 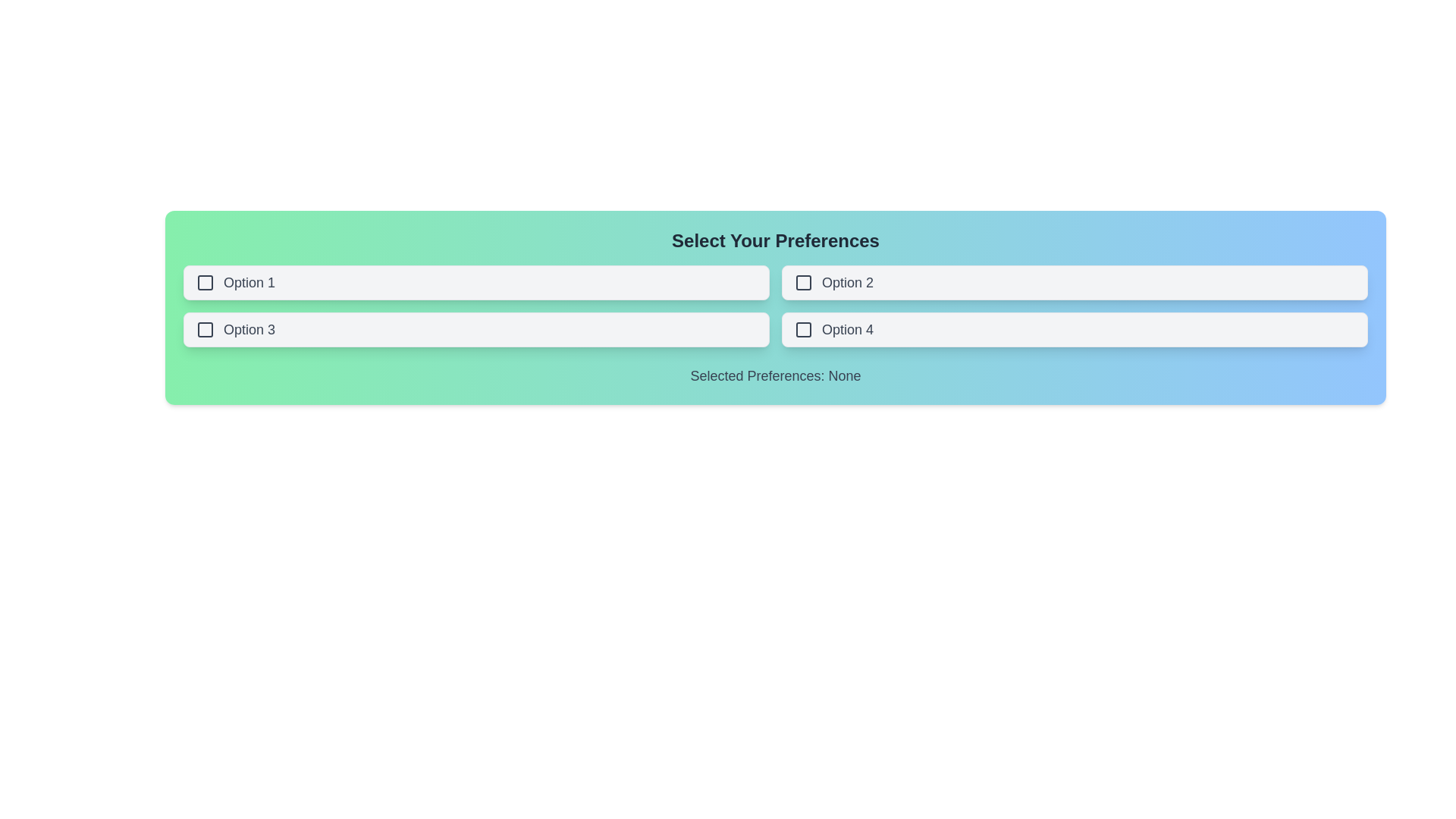 I want to click on the button labeled Option 2 to observe the hover state change, so click(x=1074, y=283).